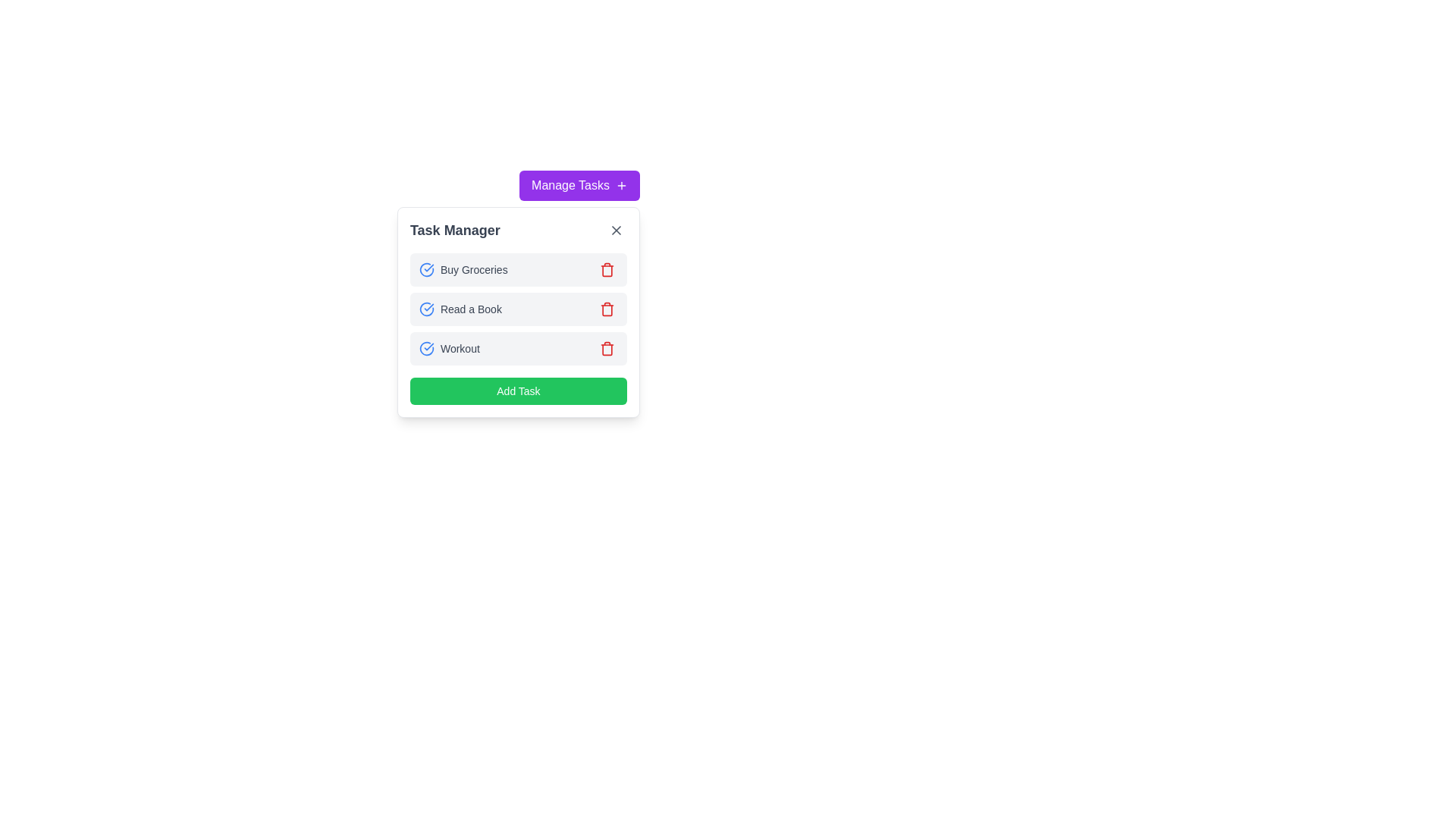 This screenshot has width=1456, height=819. I want to click on the completion icon for the 'Buy Groceries' task in the 'Task Manager' section for accessibility navigation, so click(425, 268).